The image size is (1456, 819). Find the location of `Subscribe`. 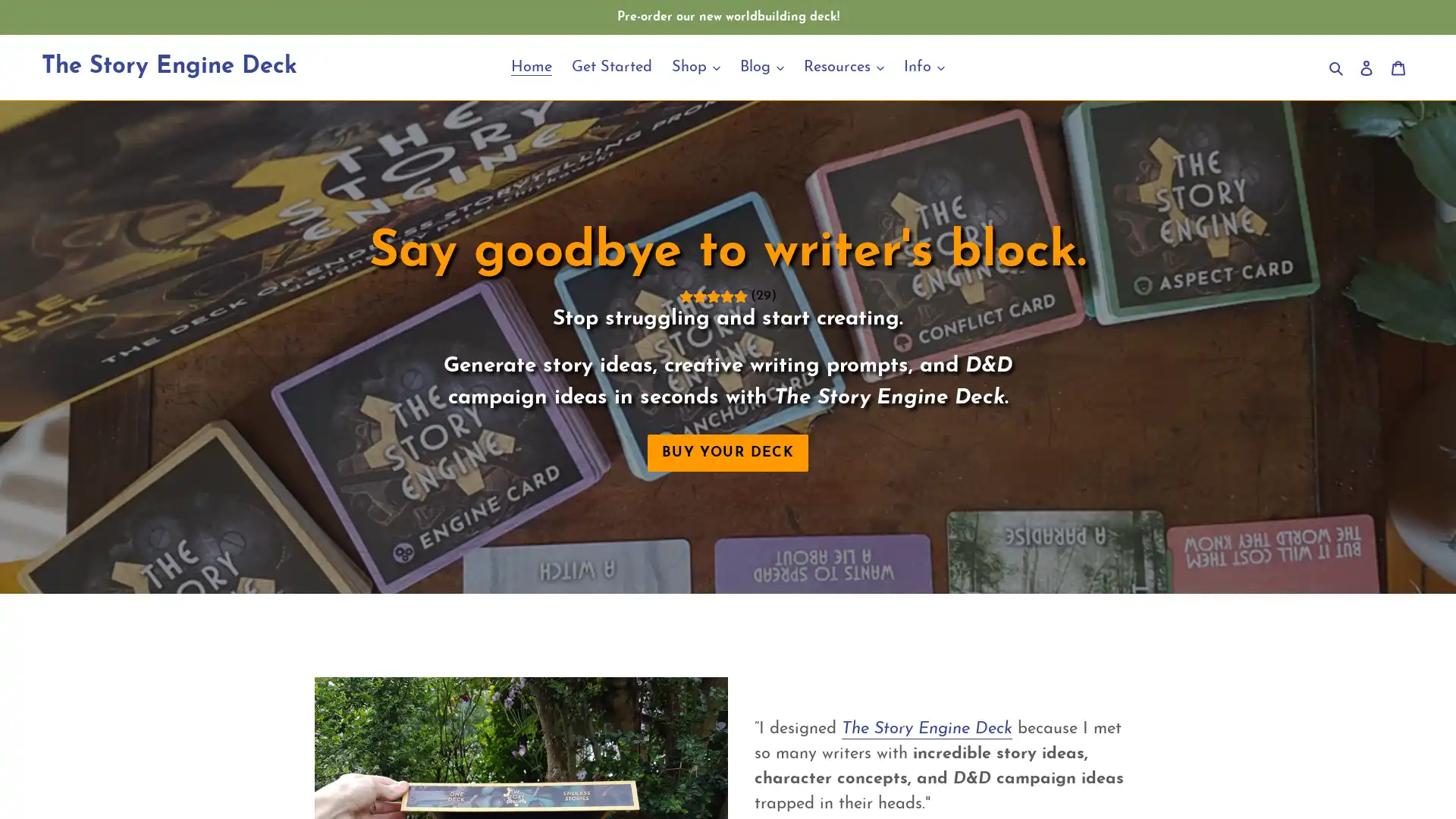

Subscribe is located at coordinates (833, 564).